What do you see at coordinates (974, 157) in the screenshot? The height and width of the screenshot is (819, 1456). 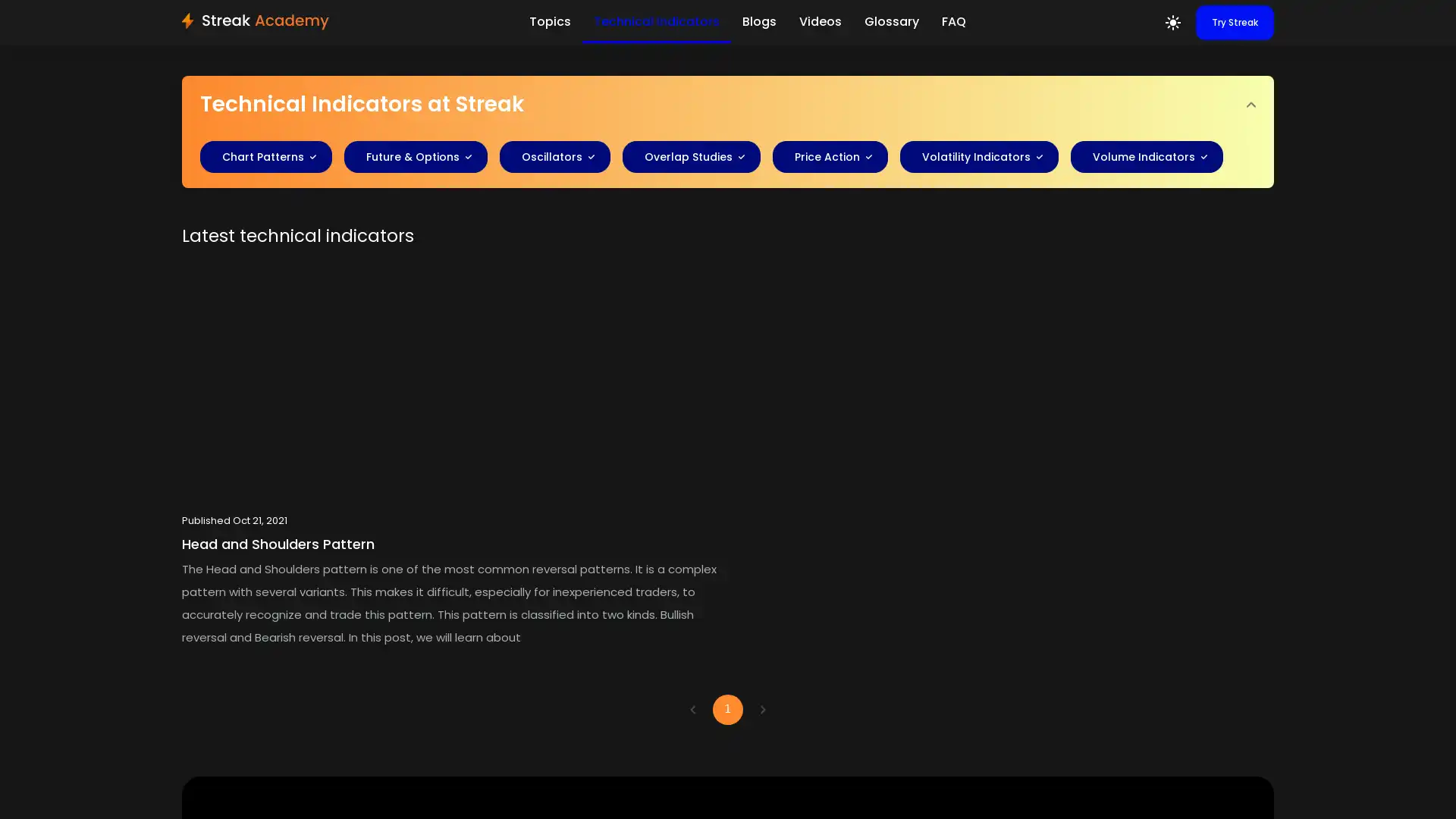 I see `Volatility Indicators` at bounding box center [974, 157].